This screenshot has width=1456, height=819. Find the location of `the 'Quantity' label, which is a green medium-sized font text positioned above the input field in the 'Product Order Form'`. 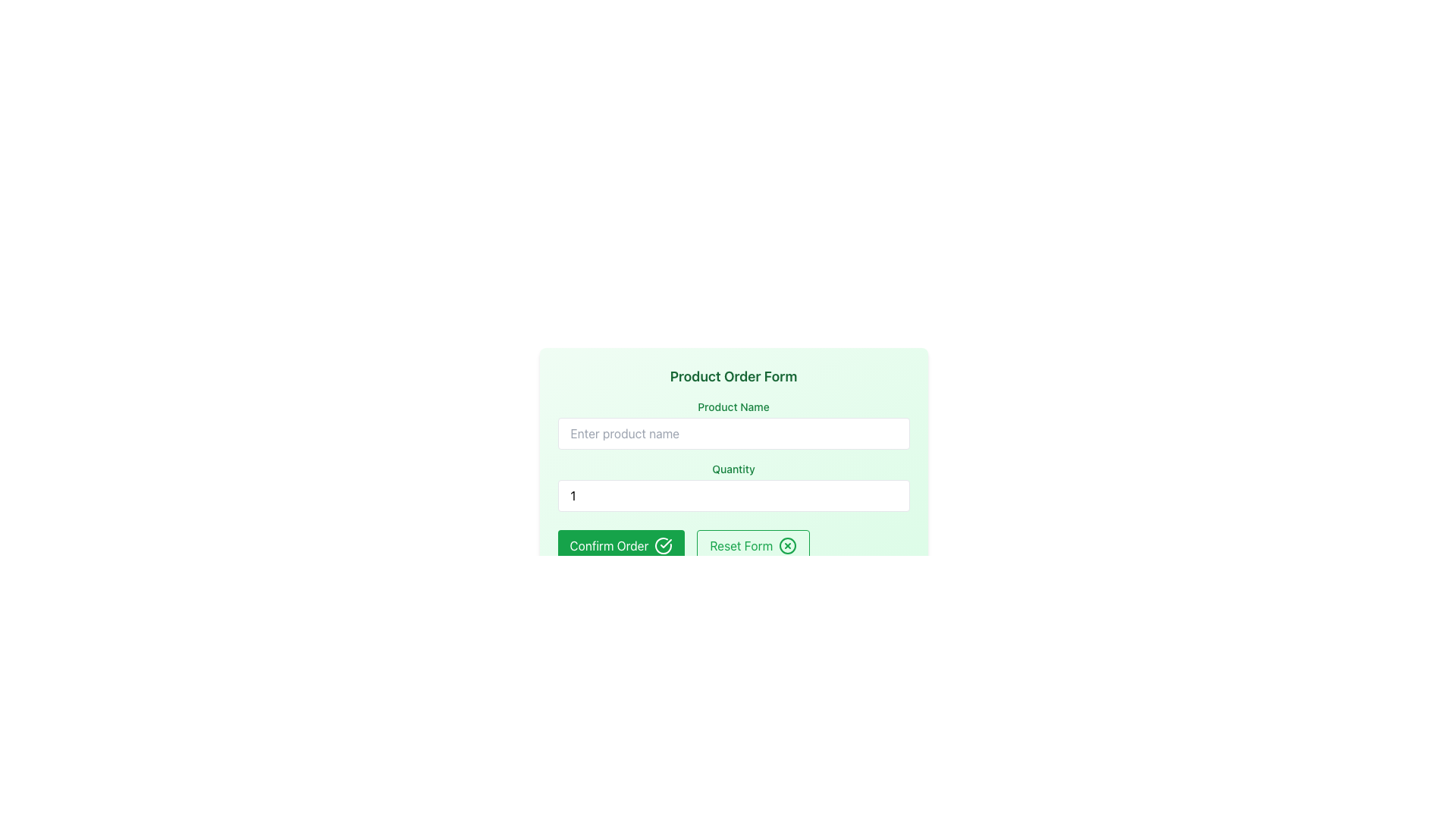

the 'Quantity' label, which is a green medium-sized font text positioned above the input field in the 'Product Order Form' is located at coordinates (733, 468).